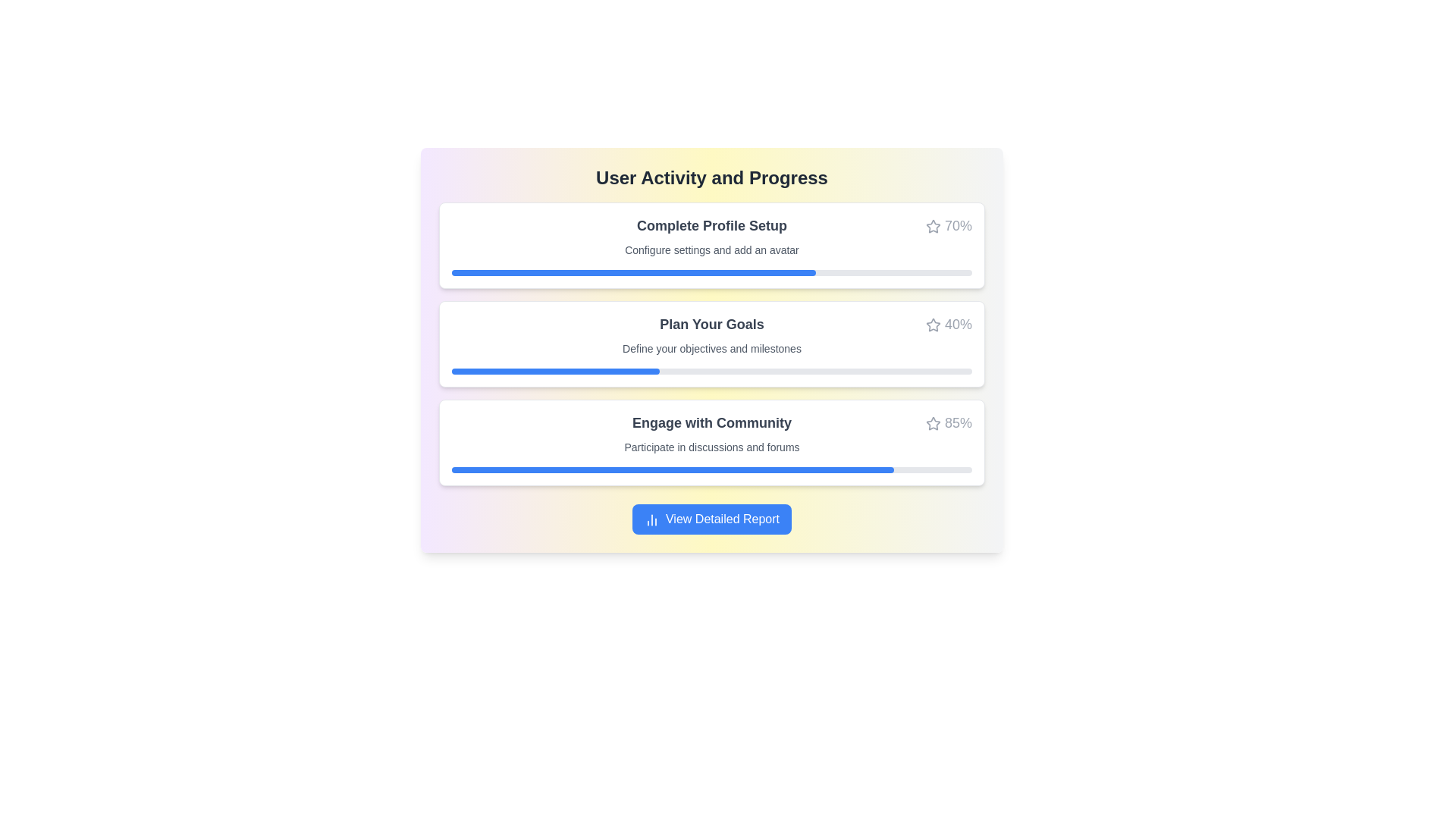  I want to click on the filled section of the progress bar indicating 70% completion for the 'Complete Profile Setup' task in the user activity dashboard, so click(634, 271).